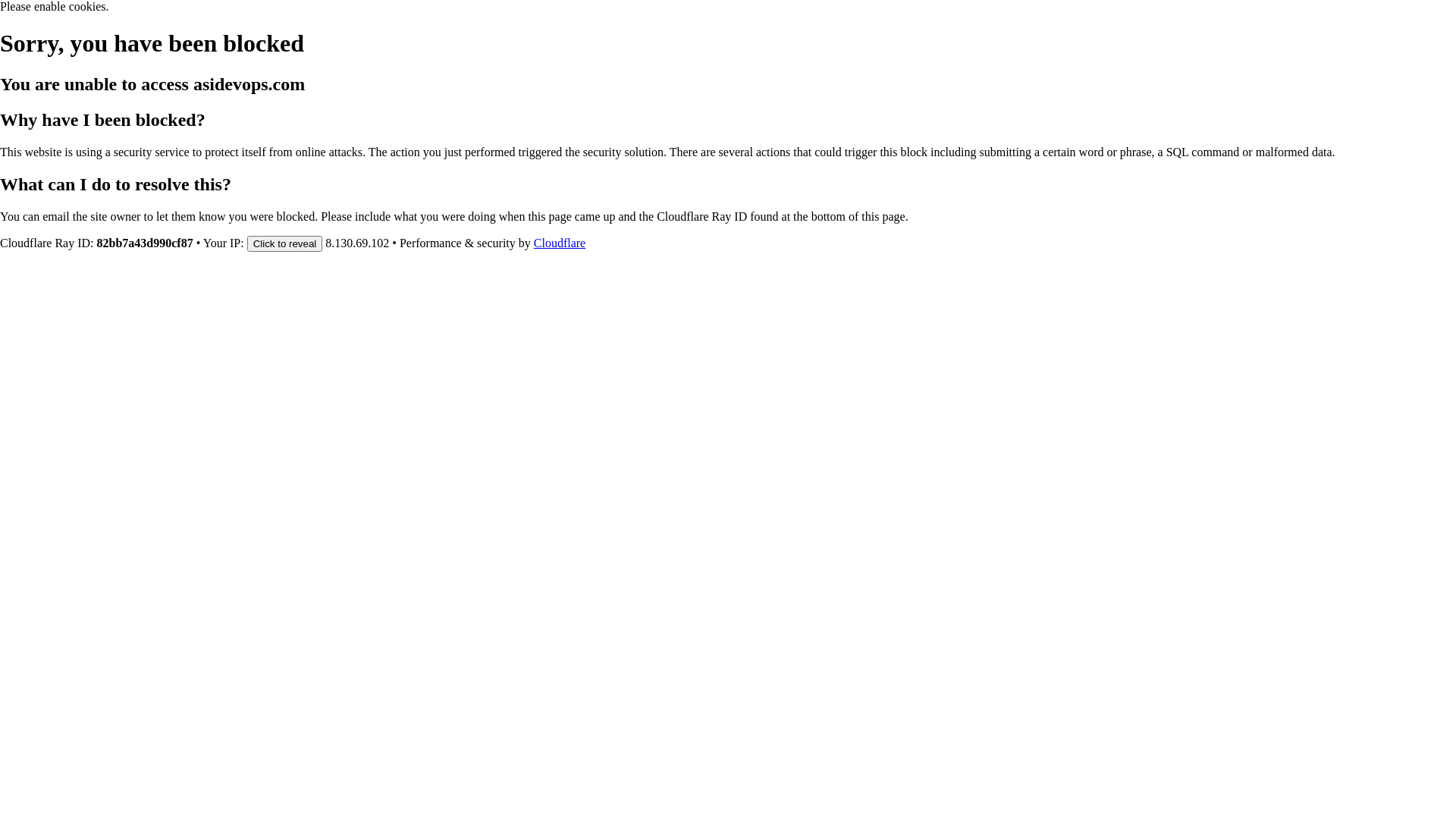  I want to click on 'Click to reveal', so click(247, 242).